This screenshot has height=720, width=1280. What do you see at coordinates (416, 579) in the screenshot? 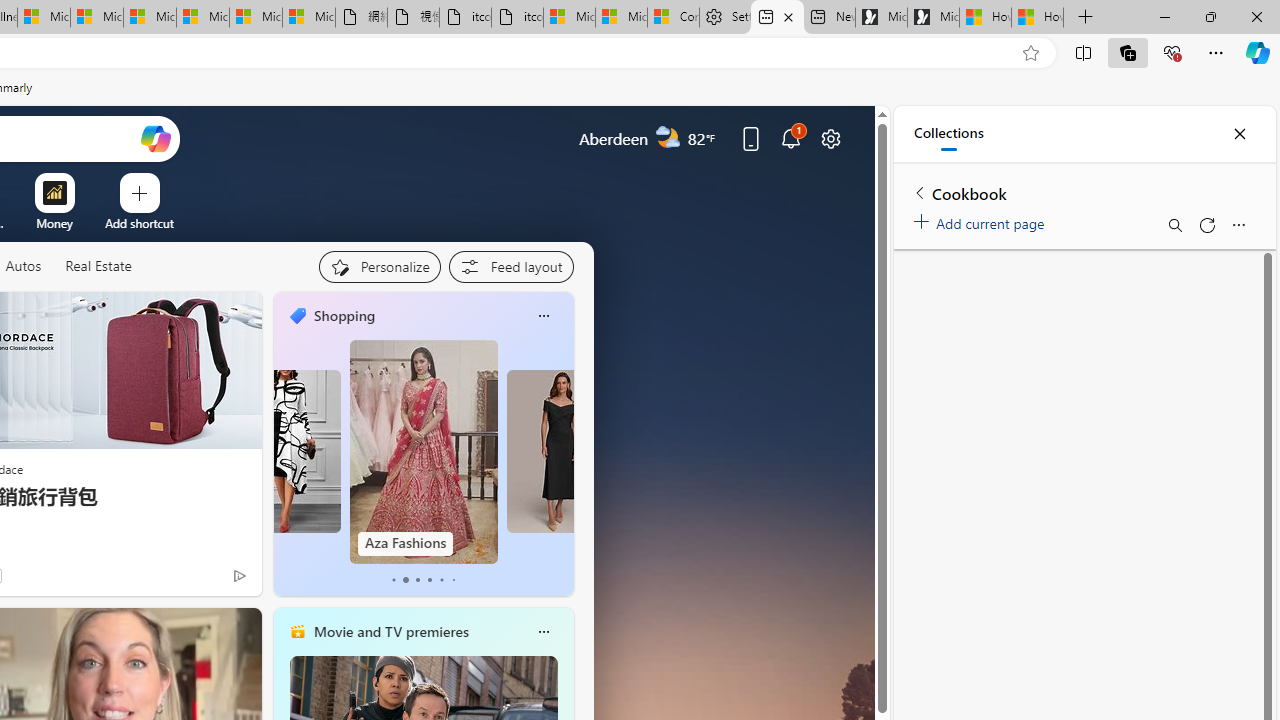
I see `'tab-2'` at bounding box center [416, 579].